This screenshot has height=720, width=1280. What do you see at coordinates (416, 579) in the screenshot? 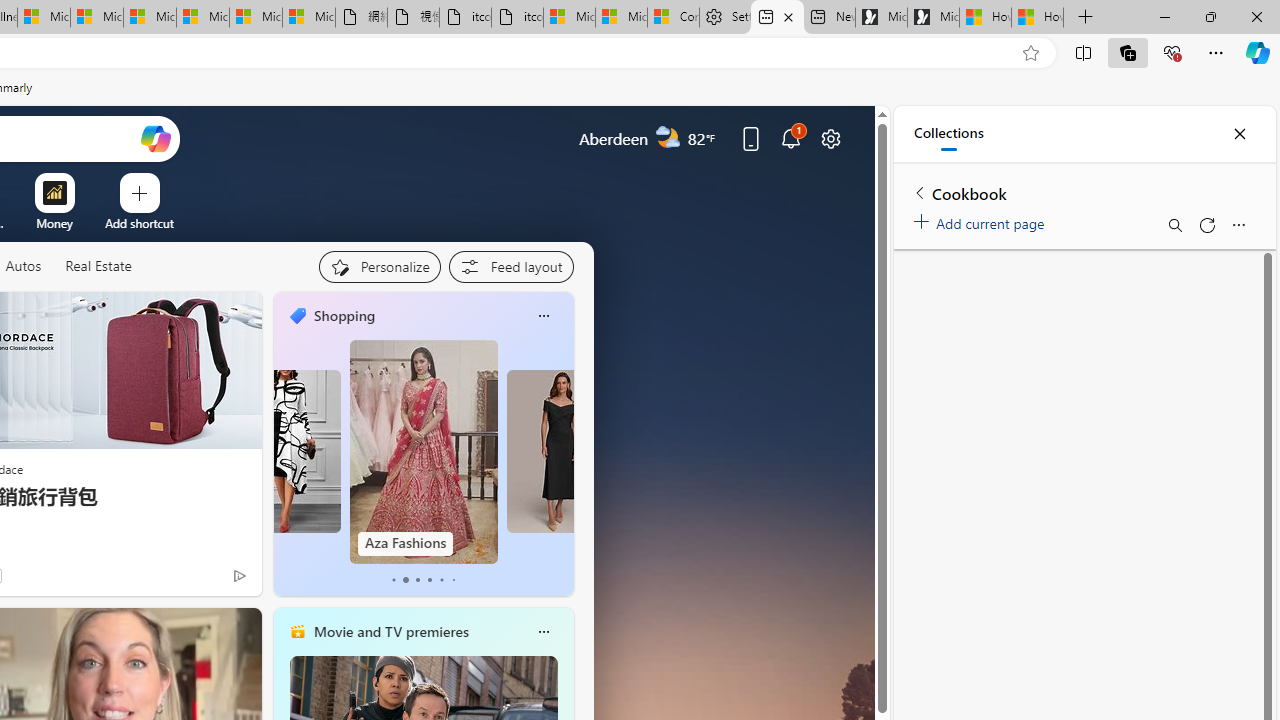
I see `'tab-2'` at bounding box center [416, 579].